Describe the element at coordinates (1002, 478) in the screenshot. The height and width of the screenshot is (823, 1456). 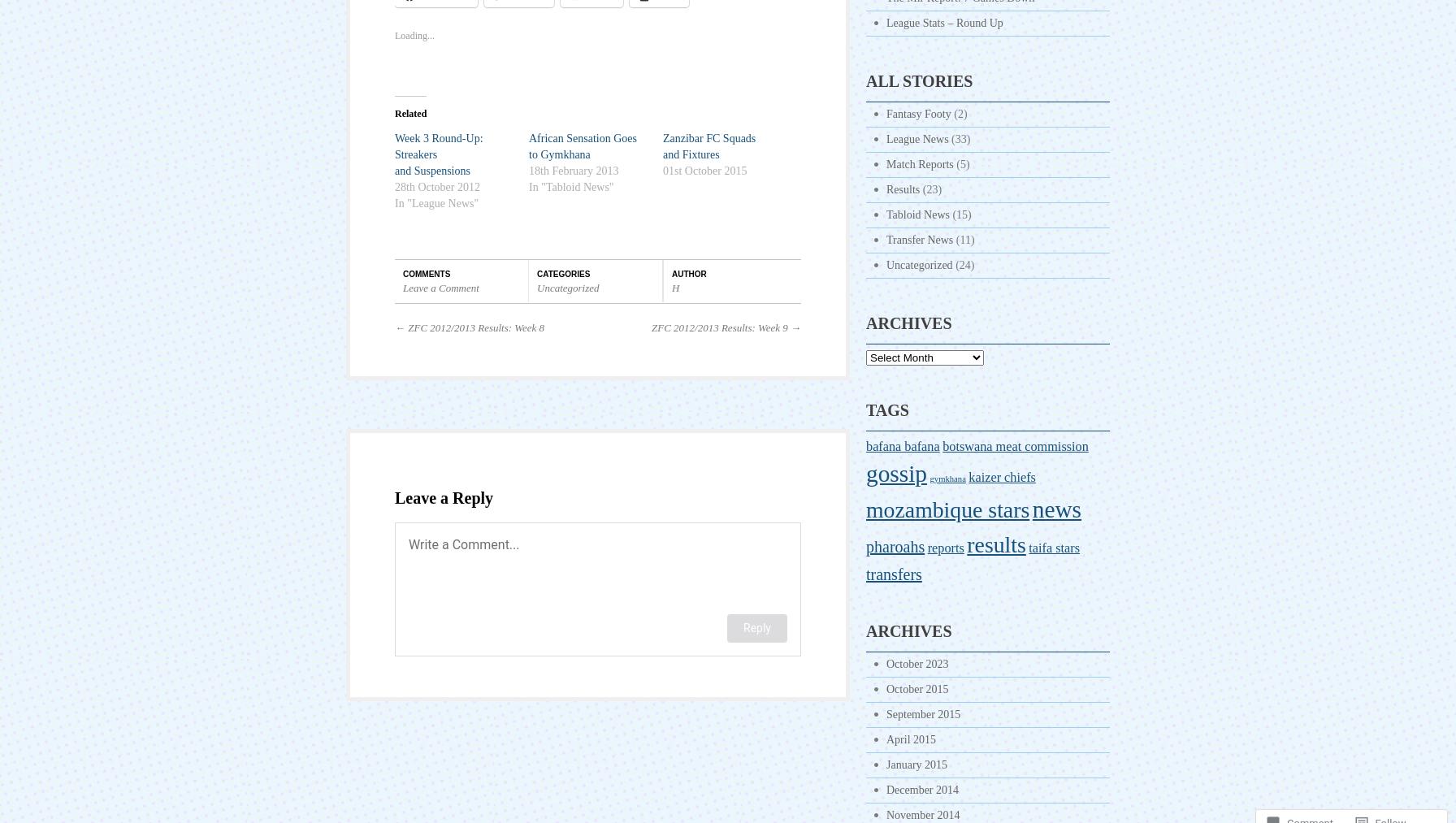
I see `'kaizer chiefs'` at that location.